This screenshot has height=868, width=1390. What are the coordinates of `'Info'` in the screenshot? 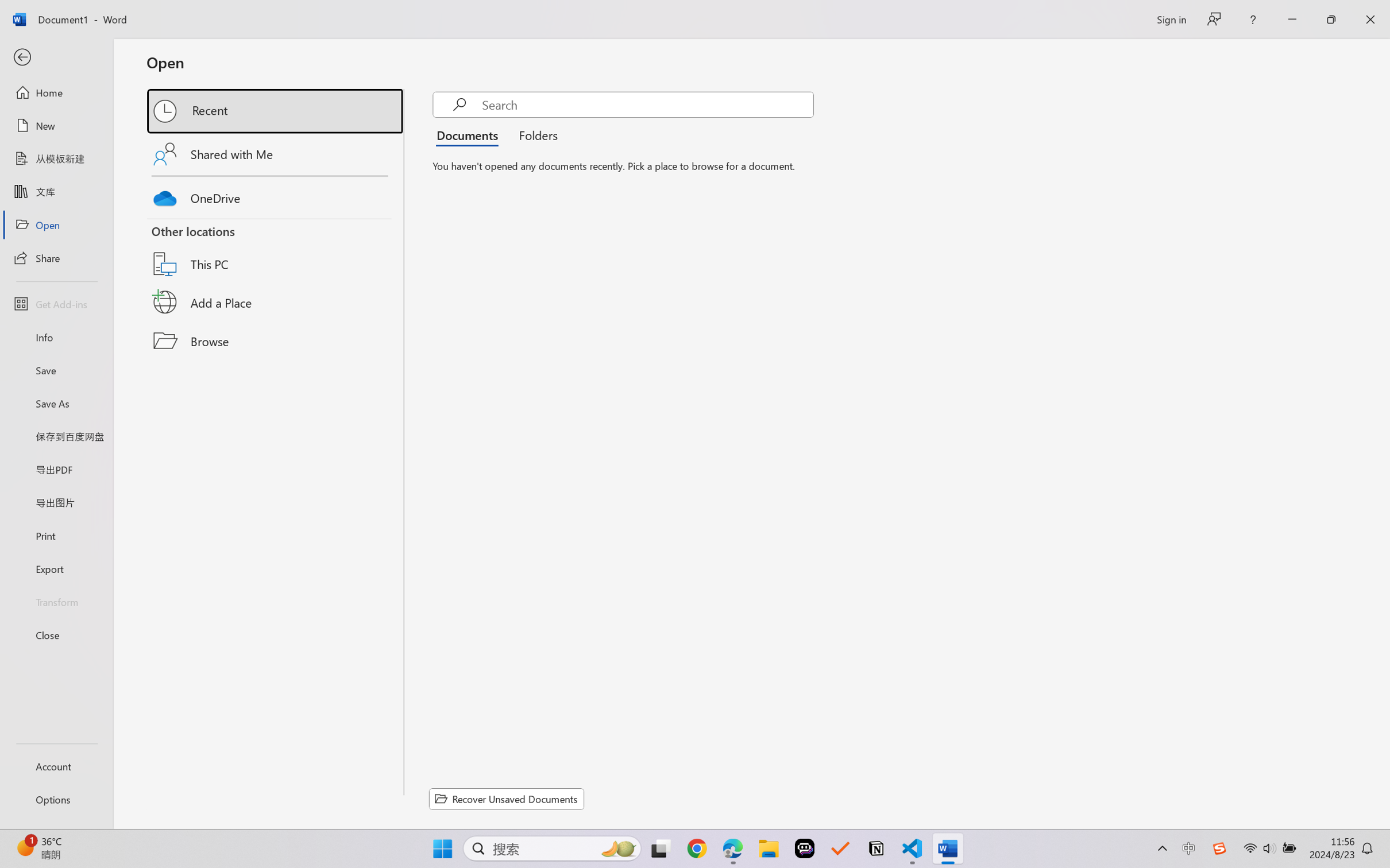 It's located at (56, 336).